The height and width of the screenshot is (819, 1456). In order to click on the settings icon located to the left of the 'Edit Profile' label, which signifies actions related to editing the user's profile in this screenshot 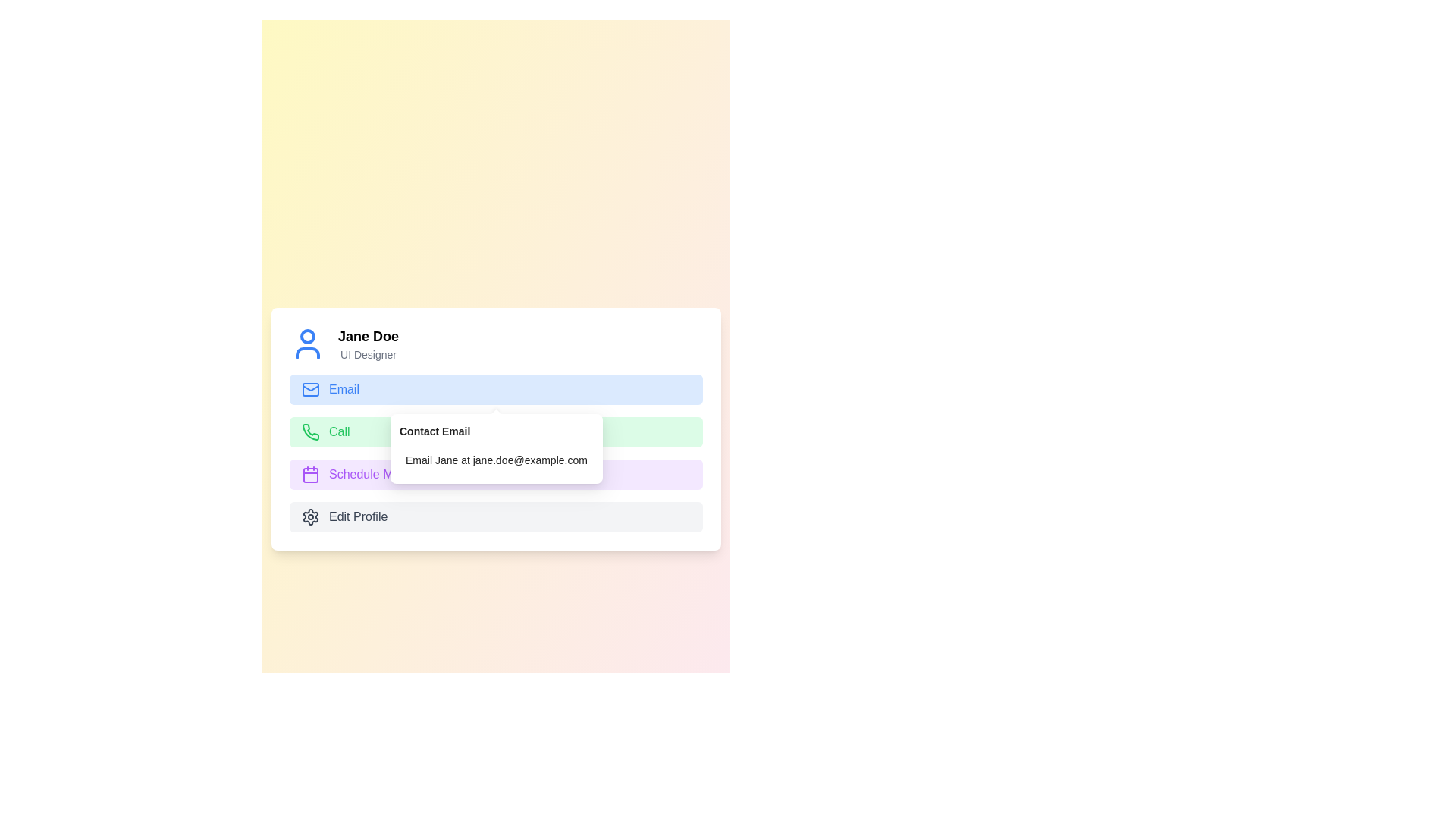, I will do `click(309, 516)`.